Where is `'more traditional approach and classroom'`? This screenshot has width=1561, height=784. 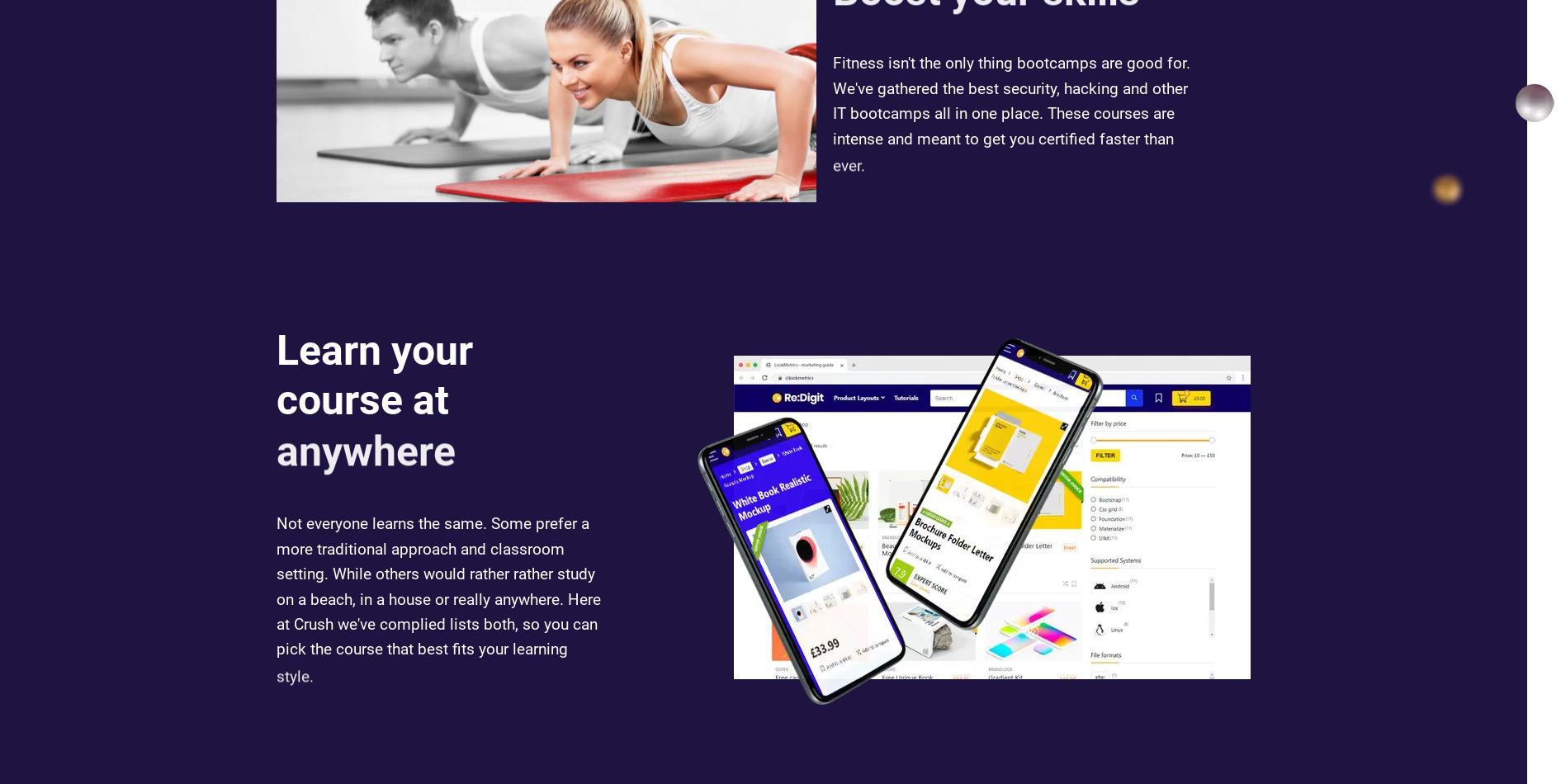
'more traditional approach and classroom' is located at coordinates (277, 550).